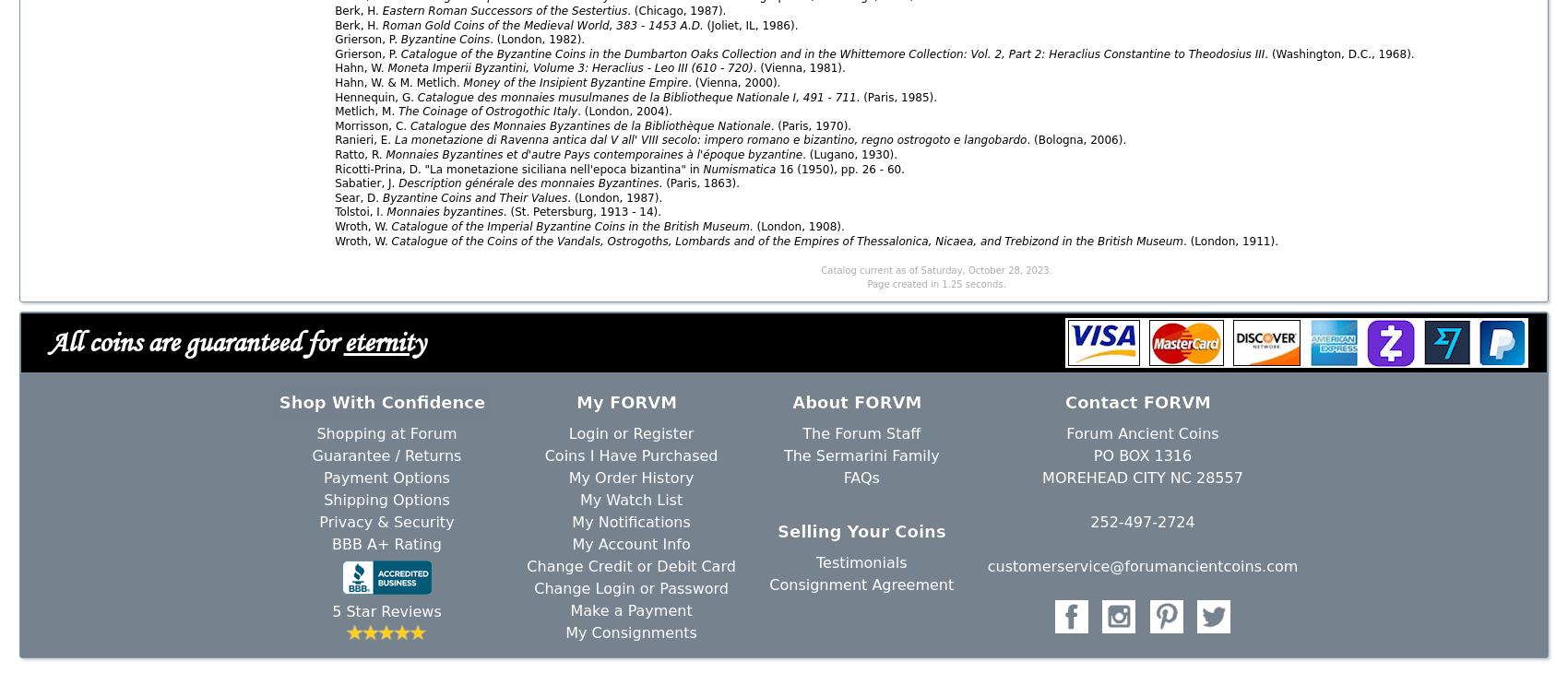  What do you see at coordinates (787, 240) in the screenshot?
I see `'Catalogue of the Coins of the Vandals, Ostrogoths, Lombards and of the Empires of Thessalonica, Nicaea, and Trebizond in the British Museum'` at bounding box center [787, 240].